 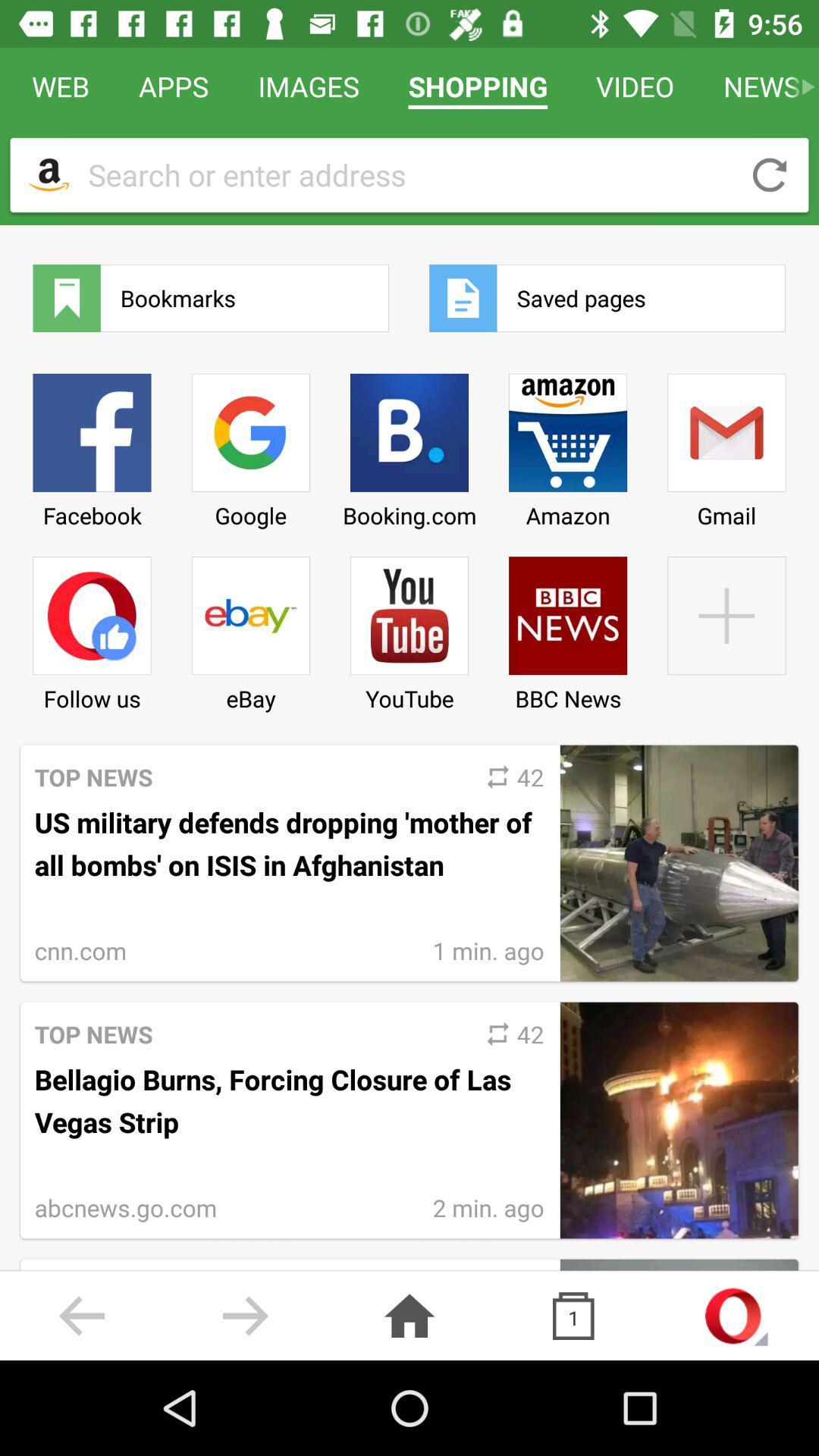 What do you see at coordinates (48, 174) in the screenshot?
I see `the item next to the apps item` at bounding box center [48, 174].